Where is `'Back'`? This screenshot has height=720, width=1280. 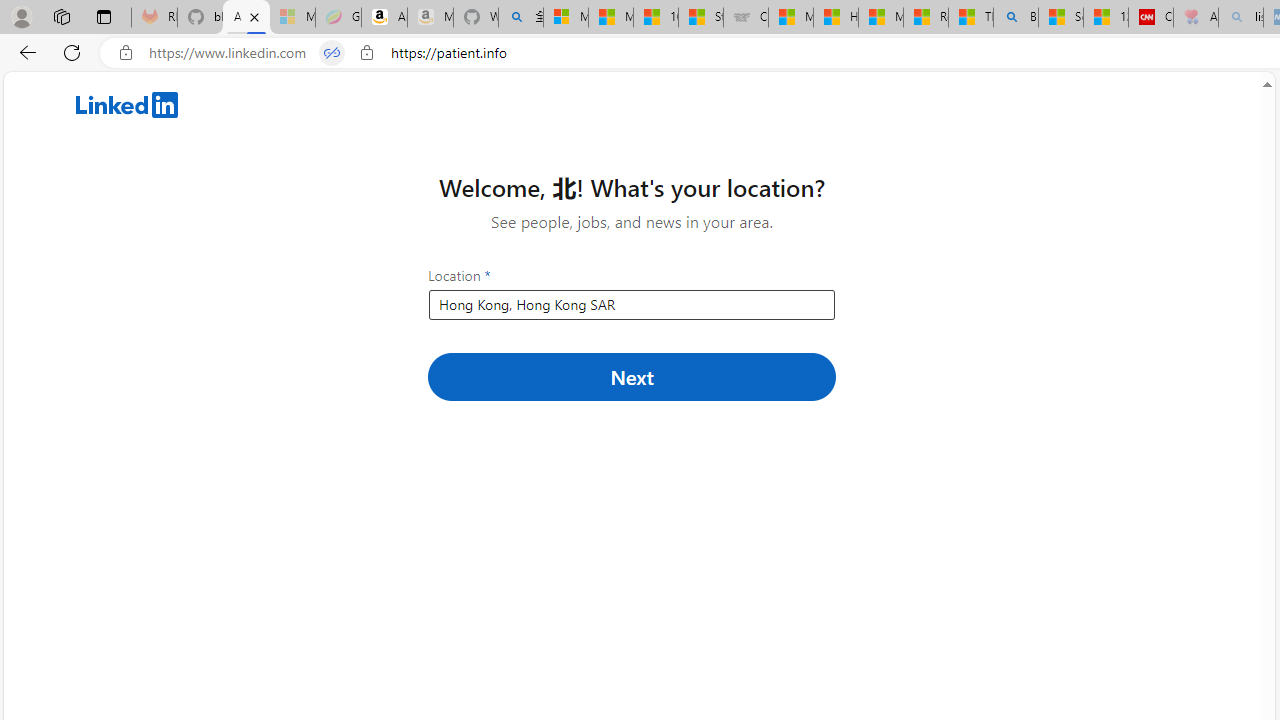 'Back' is located at coordinates (24, 51).